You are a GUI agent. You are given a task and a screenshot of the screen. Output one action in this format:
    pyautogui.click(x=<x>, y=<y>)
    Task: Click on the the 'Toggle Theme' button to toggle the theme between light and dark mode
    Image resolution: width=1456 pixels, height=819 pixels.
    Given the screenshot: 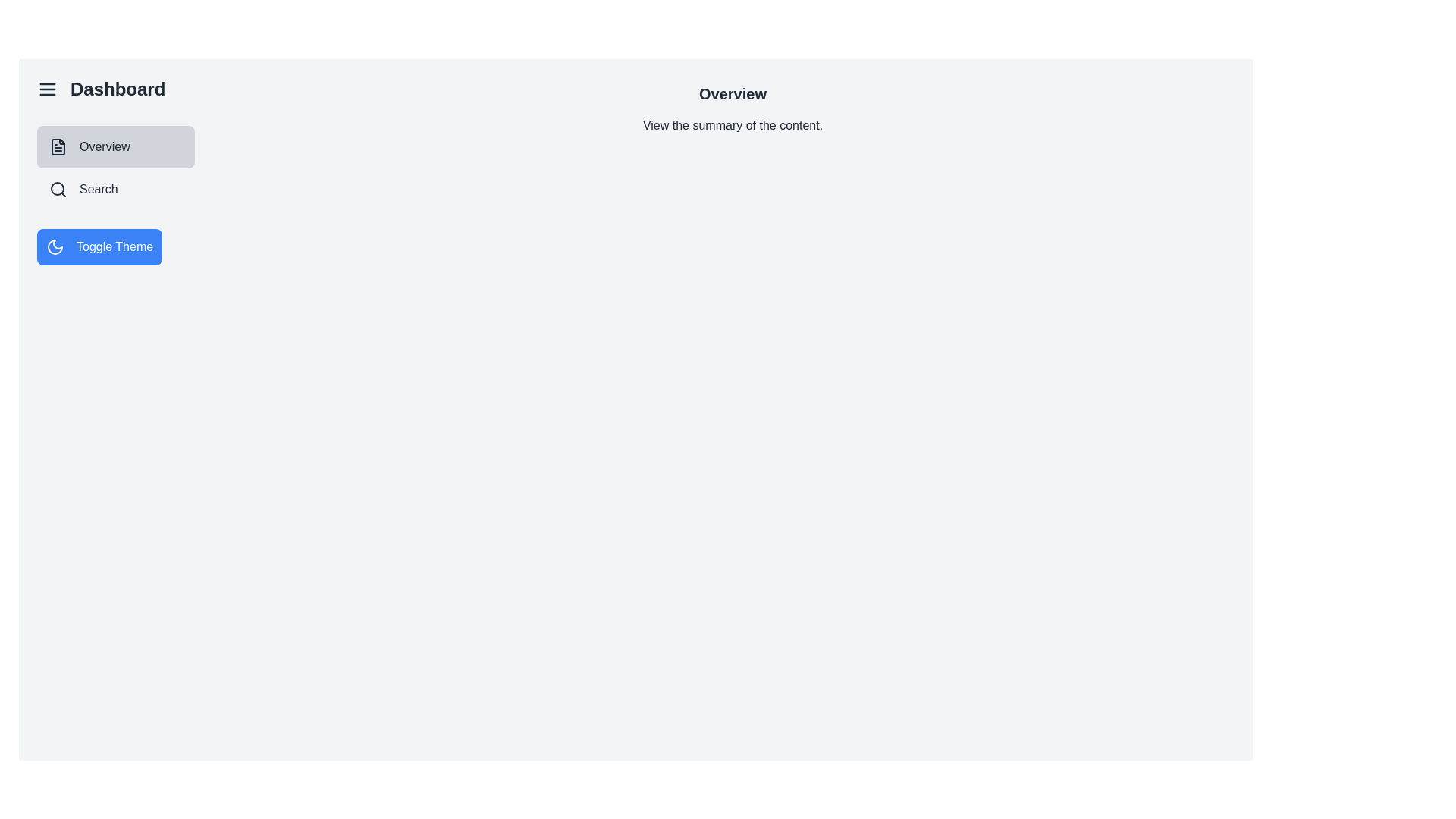 What is the action you would take?
    pyautogui.click(x=98, y=246)
    